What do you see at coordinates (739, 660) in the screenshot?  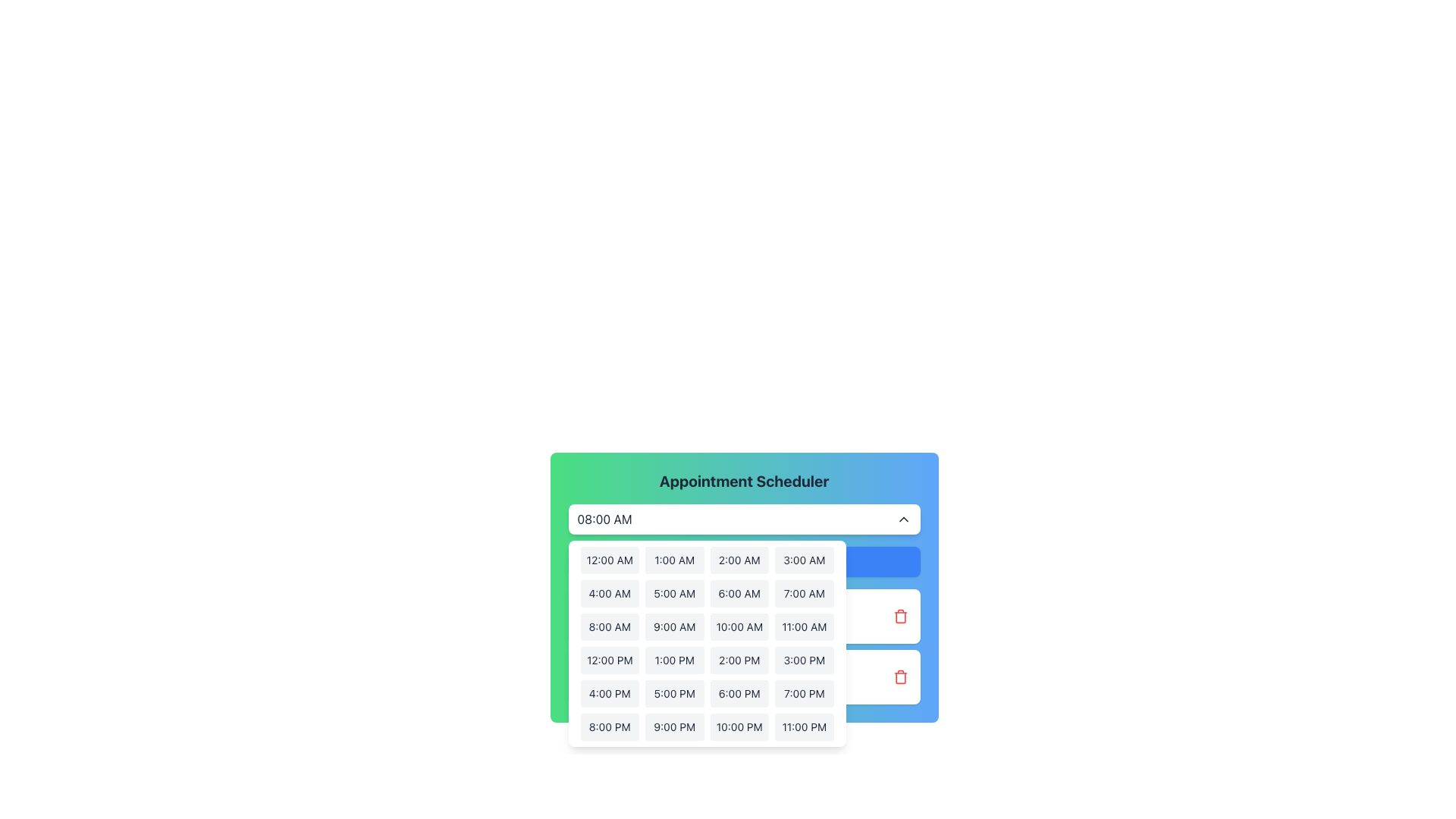 I see `the rectangular button labeled '2:00 PM' with a light gray background in the appointment scheduler's grid layout` at bounding box center [739, 660].